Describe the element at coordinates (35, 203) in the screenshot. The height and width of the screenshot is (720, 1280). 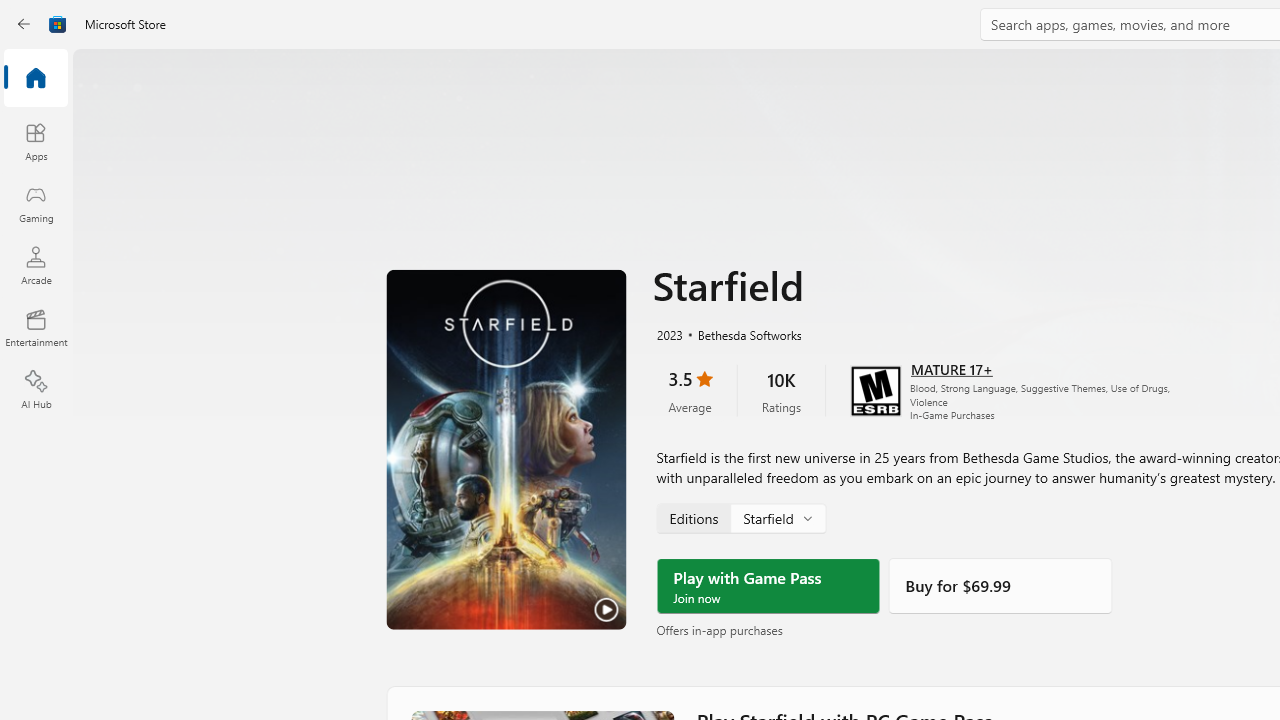
I see `'Gaming'` at that location.